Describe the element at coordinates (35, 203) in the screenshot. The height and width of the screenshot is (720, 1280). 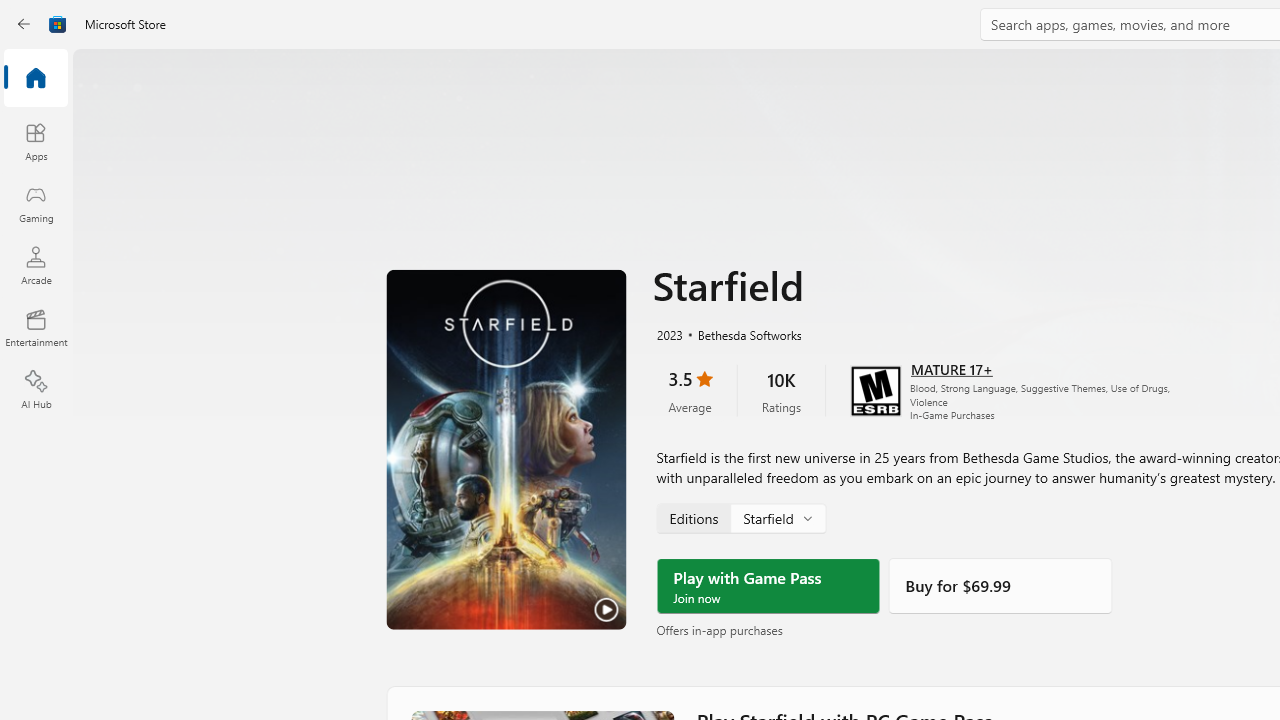
I see `'Gaming'` at that location.